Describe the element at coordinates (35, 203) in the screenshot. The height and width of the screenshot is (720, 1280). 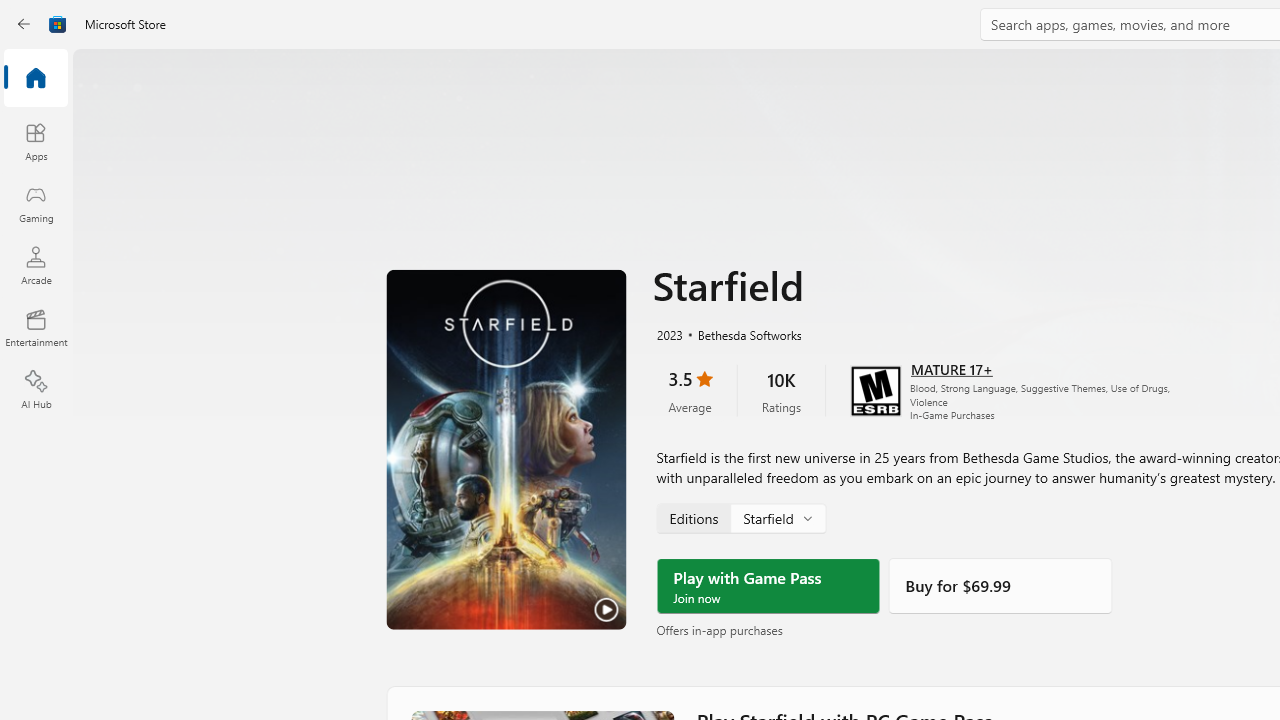
I see `'Gaming'` at that location.